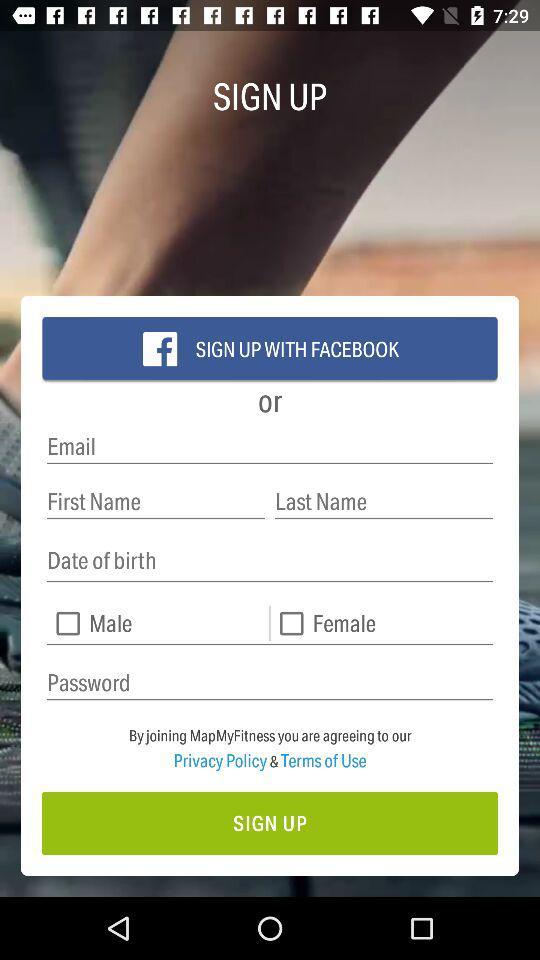 The image size is (540, 960). I want to click on the date of birth, so click(270, 561).